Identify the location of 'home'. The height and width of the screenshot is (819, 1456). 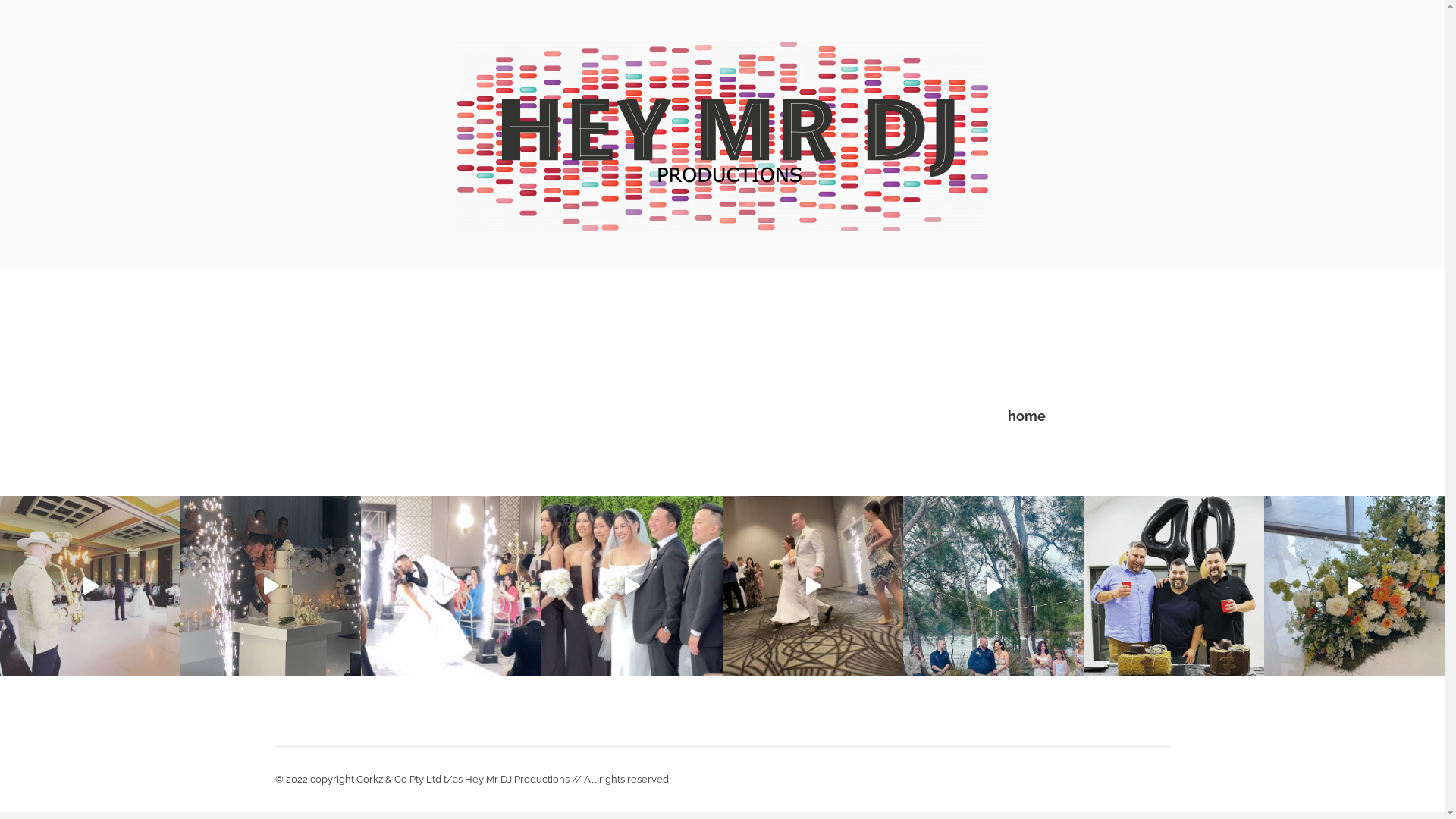
(1026, 416).